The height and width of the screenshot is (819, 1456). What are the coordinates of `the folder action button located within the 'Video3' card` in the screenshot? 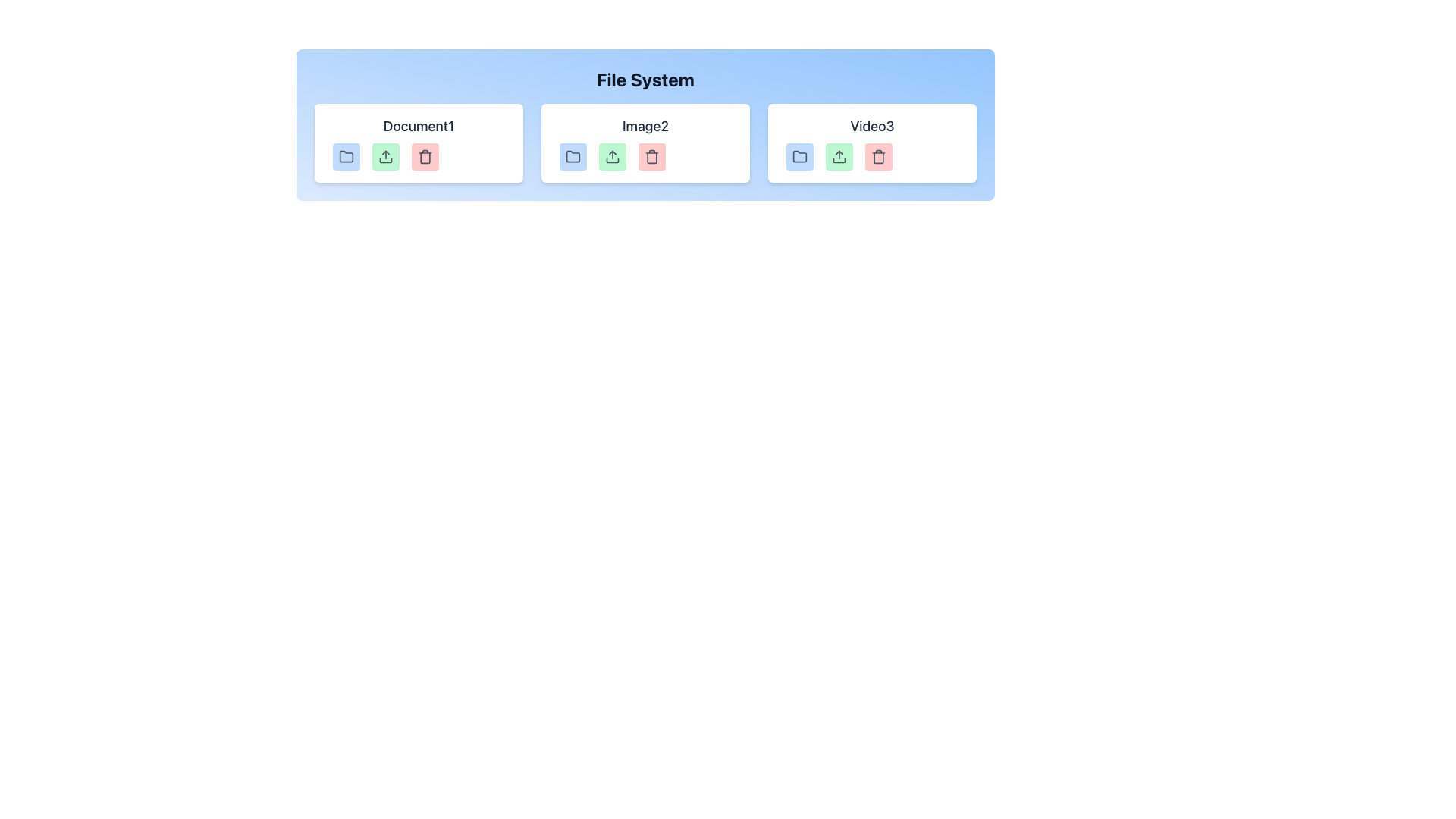 It's located at (799, 157).